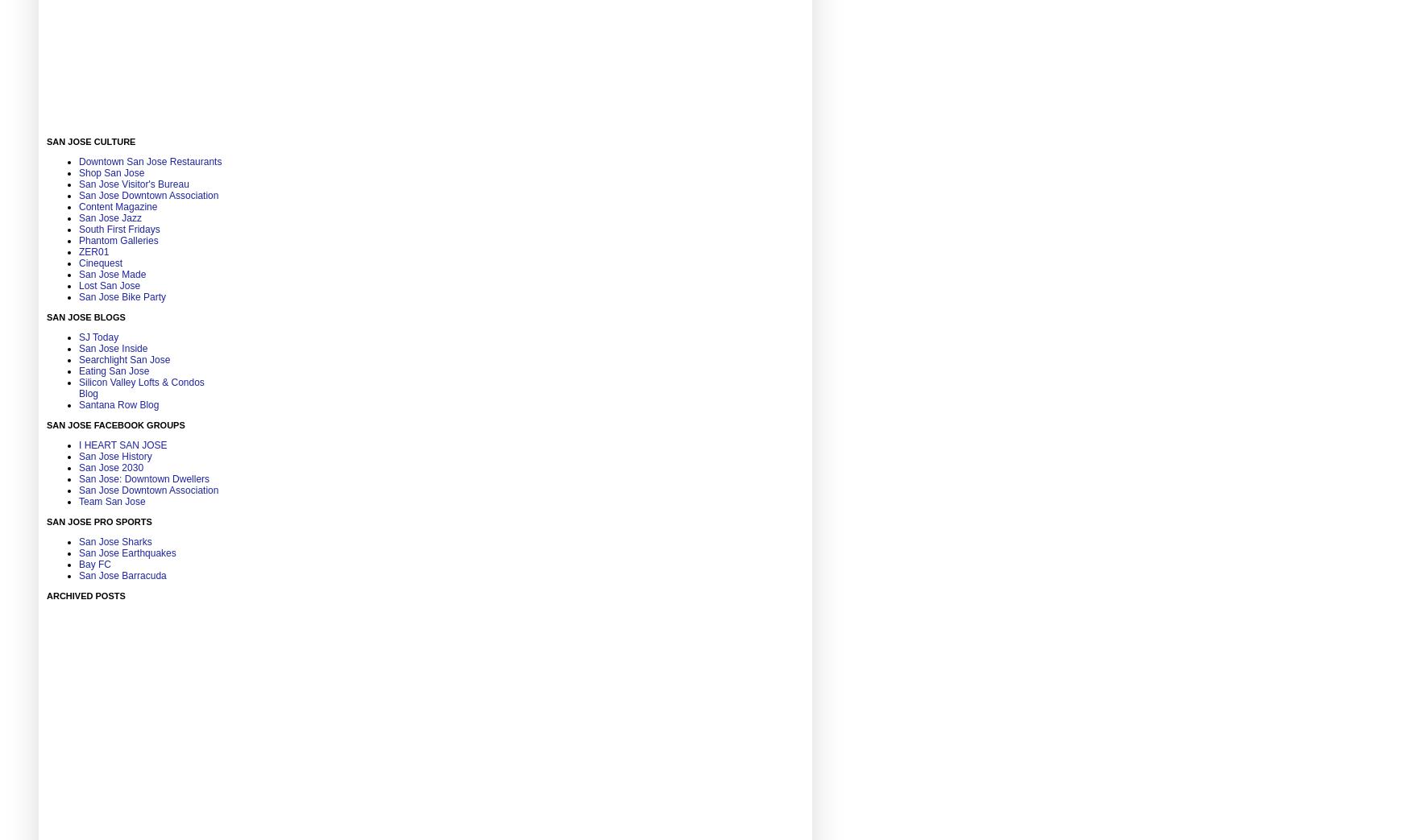 This screenshot has width=1402, height=840. Describe the element at coordinates (45, 424) in the screenshot. I see `'San Jose Facebook Groups'` at that location.